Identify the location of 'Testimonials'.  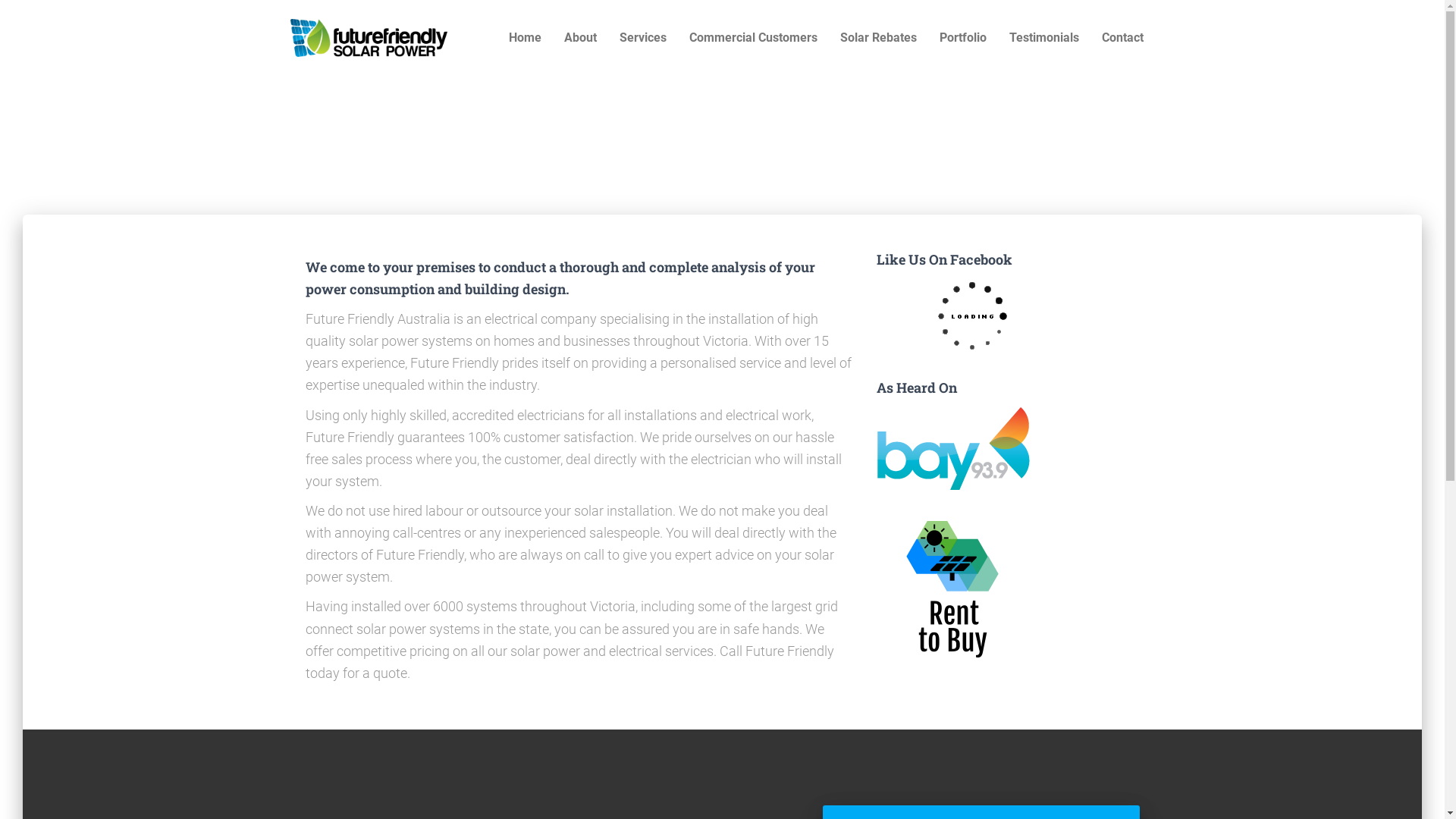
(1043, 37).